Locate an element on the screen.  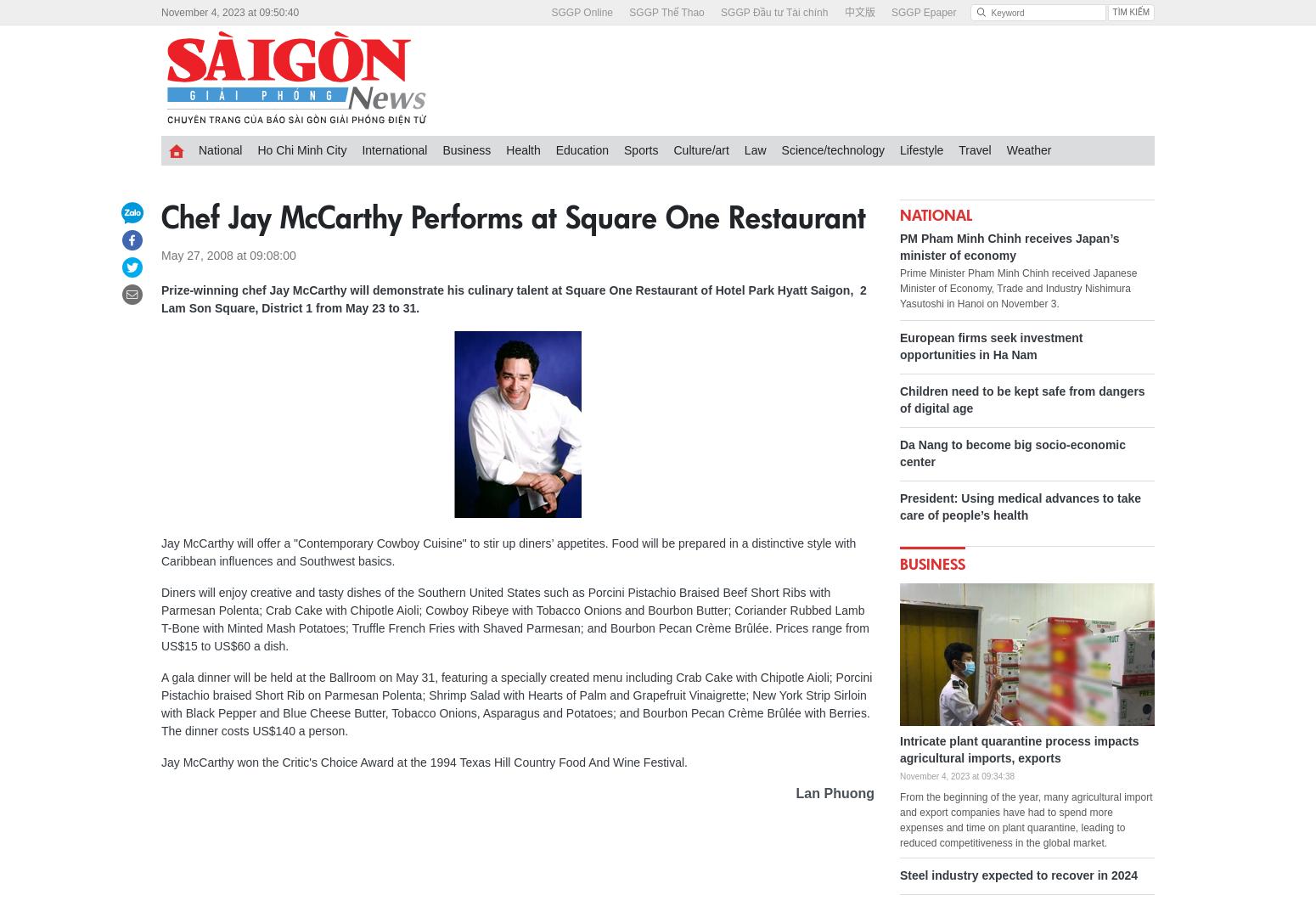
'Vietnamese novel published in RoK links two culures' is located at coordinates (846, 321).